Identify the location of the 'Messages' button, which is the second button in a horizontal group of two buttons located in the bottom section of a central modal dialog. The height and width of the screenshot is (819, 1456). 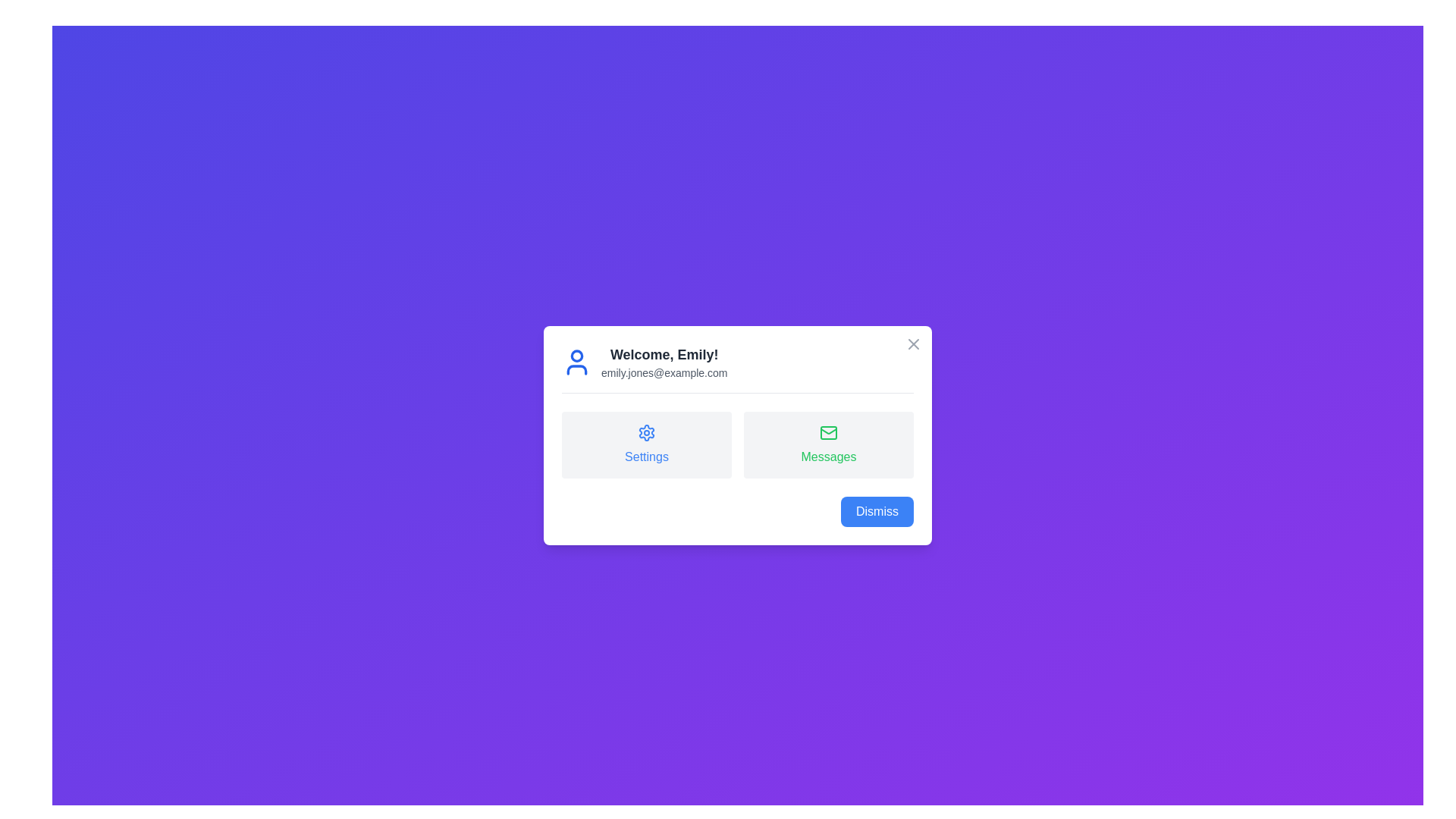
(828, 444).